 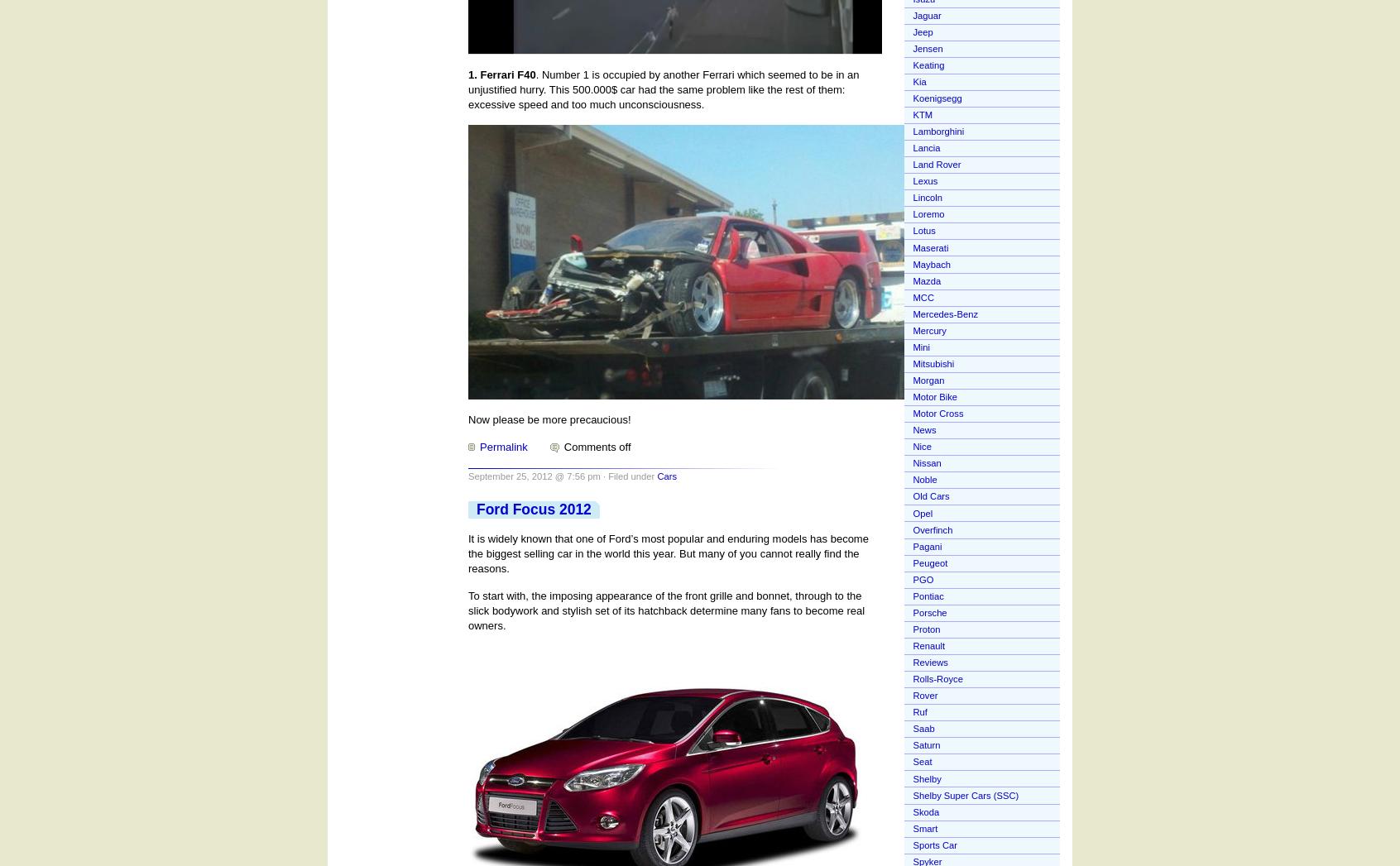 What do you see at coordinates (923, 513) in the screenshot?
I see `'Opel'` at bounding box center [923, 513].